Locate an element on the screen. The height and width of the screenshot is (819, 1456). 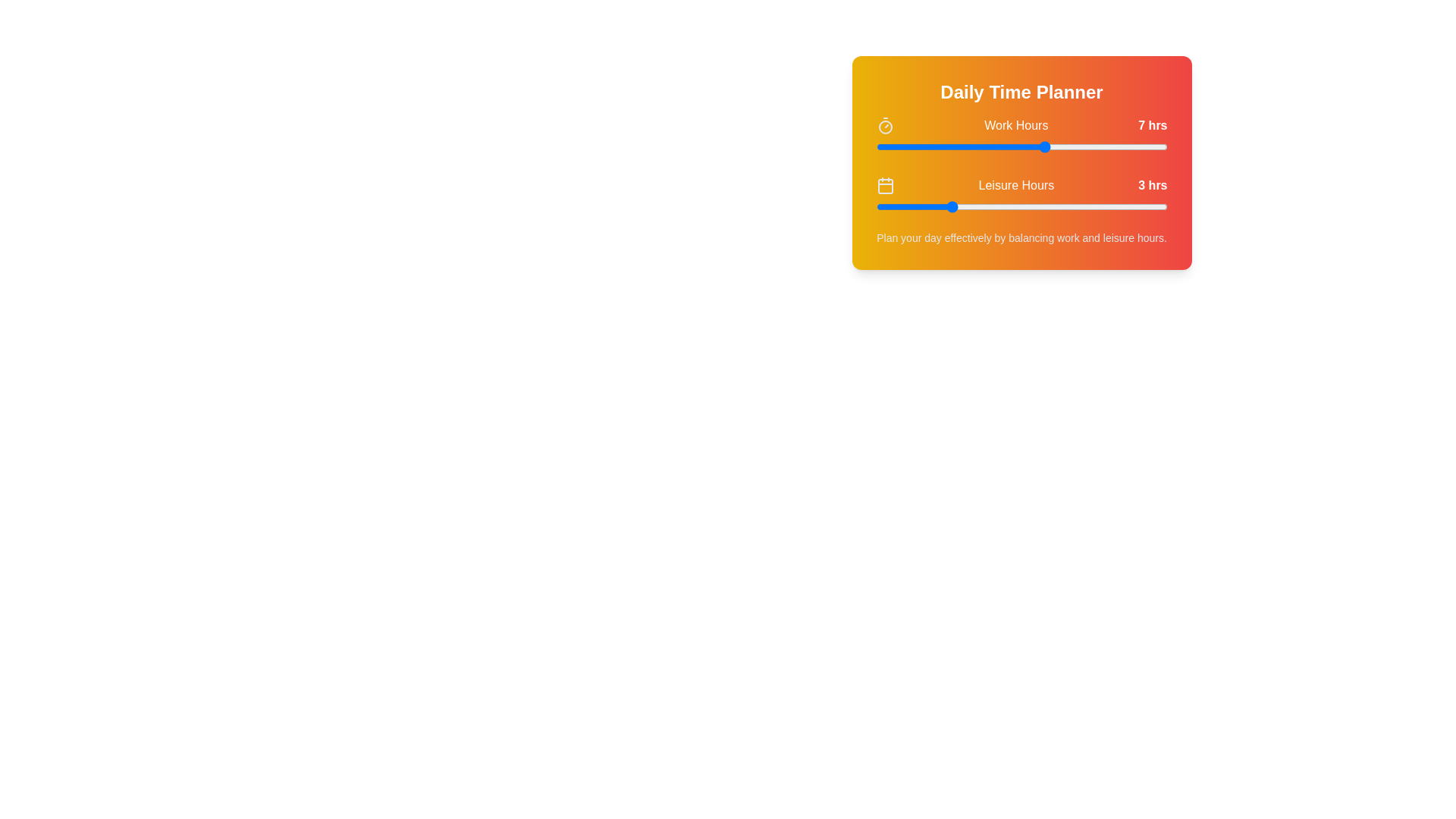
the Decorative icon component, which is a golden yellow square with rounded corners and a white outline, located at the center of the calendar icon in the Daily Time Planner interface is located at coordinates (885, 186).